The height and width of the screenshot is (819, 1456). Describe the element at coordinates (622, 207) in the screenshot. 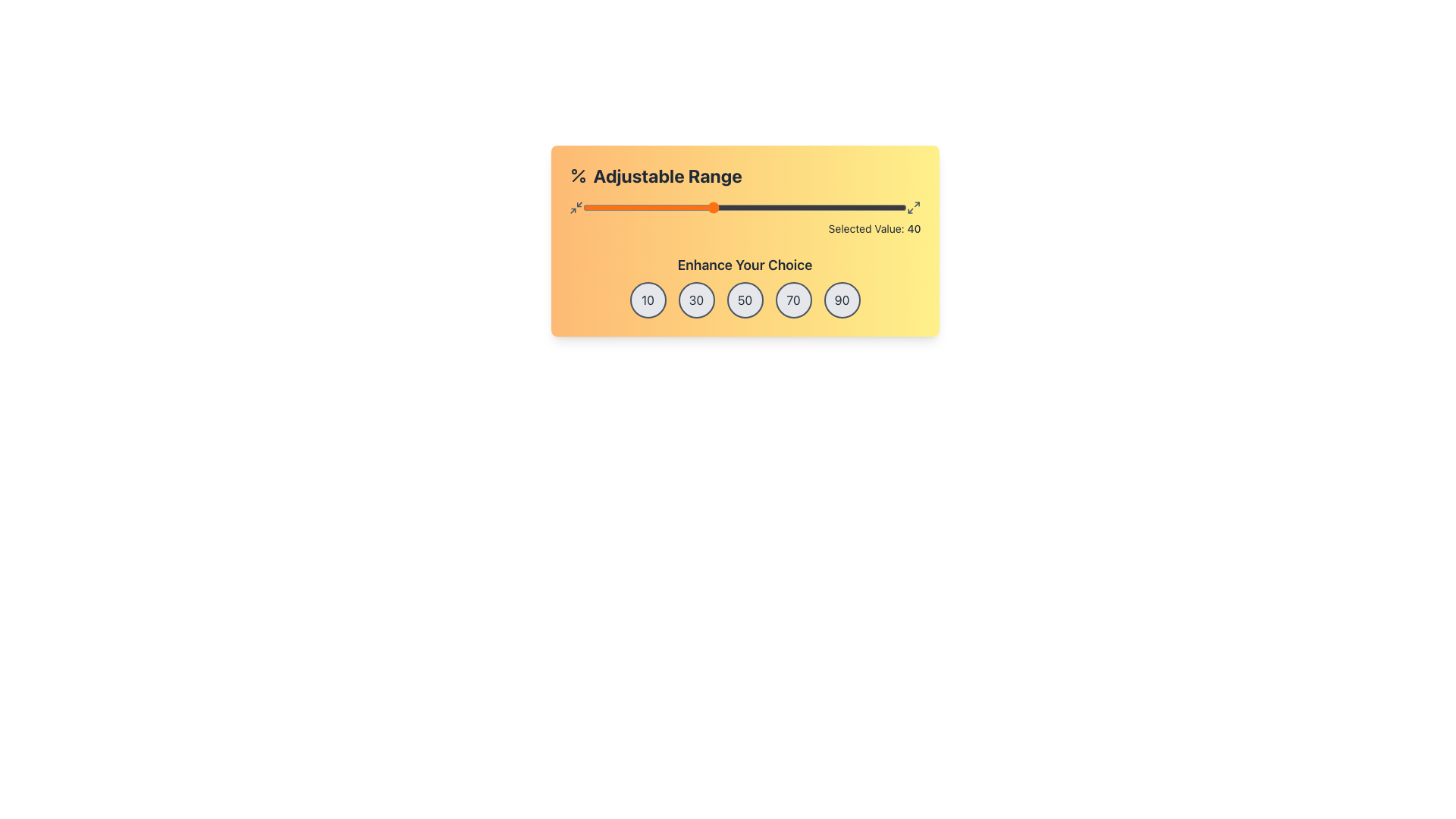

I see `the percentage` at that location.